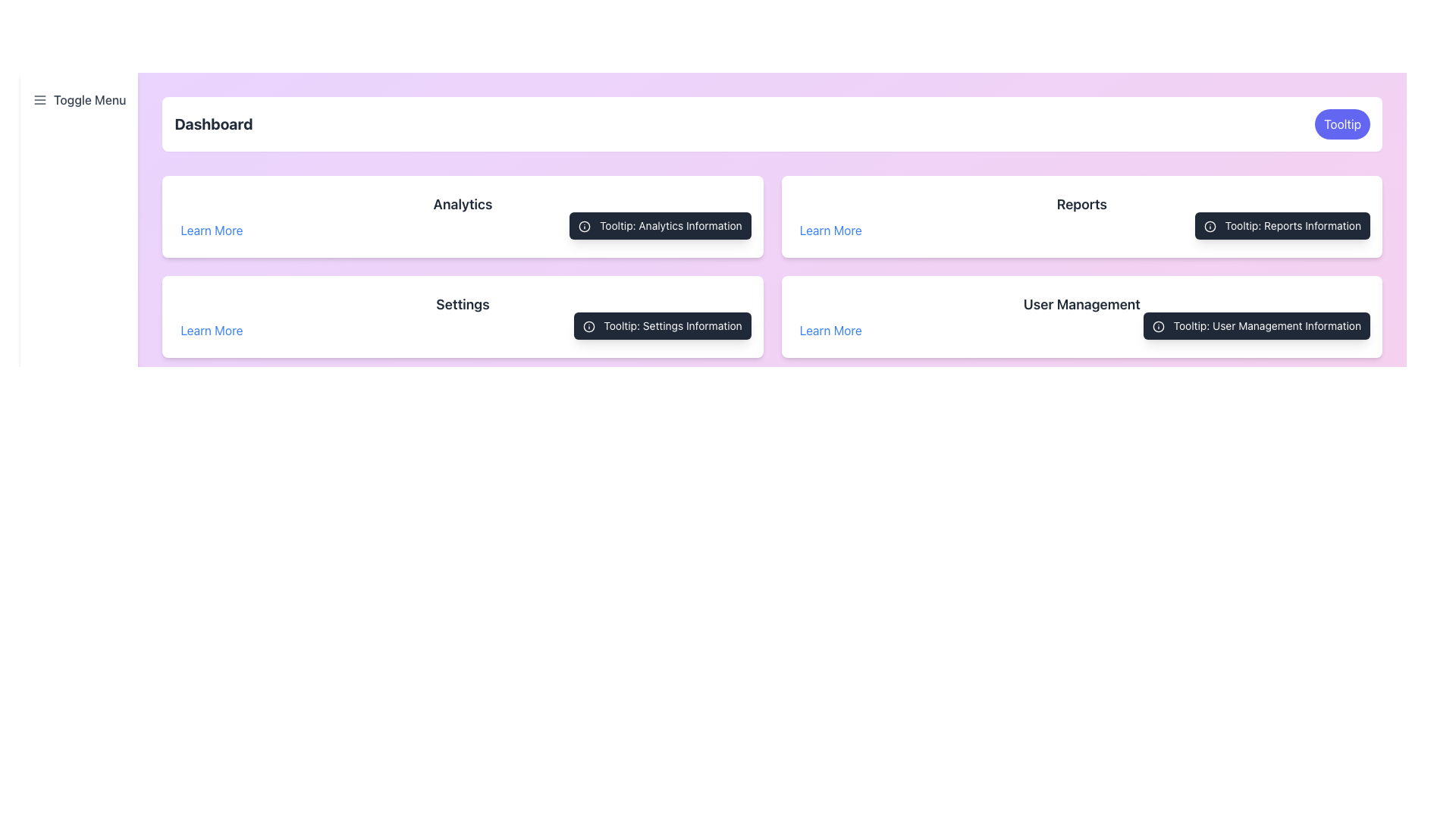 Image resolution: width=1456 pixels, height=819 pixels. Describe the element at coordinates (584, 227) in the screenshot. I see `the information icon, which is a compact graphic component with a circular outer boundary and a dot, located inside the tooltip labeled 'Tooltip: Analytics Information' near the 'Analytics' label` at that location.